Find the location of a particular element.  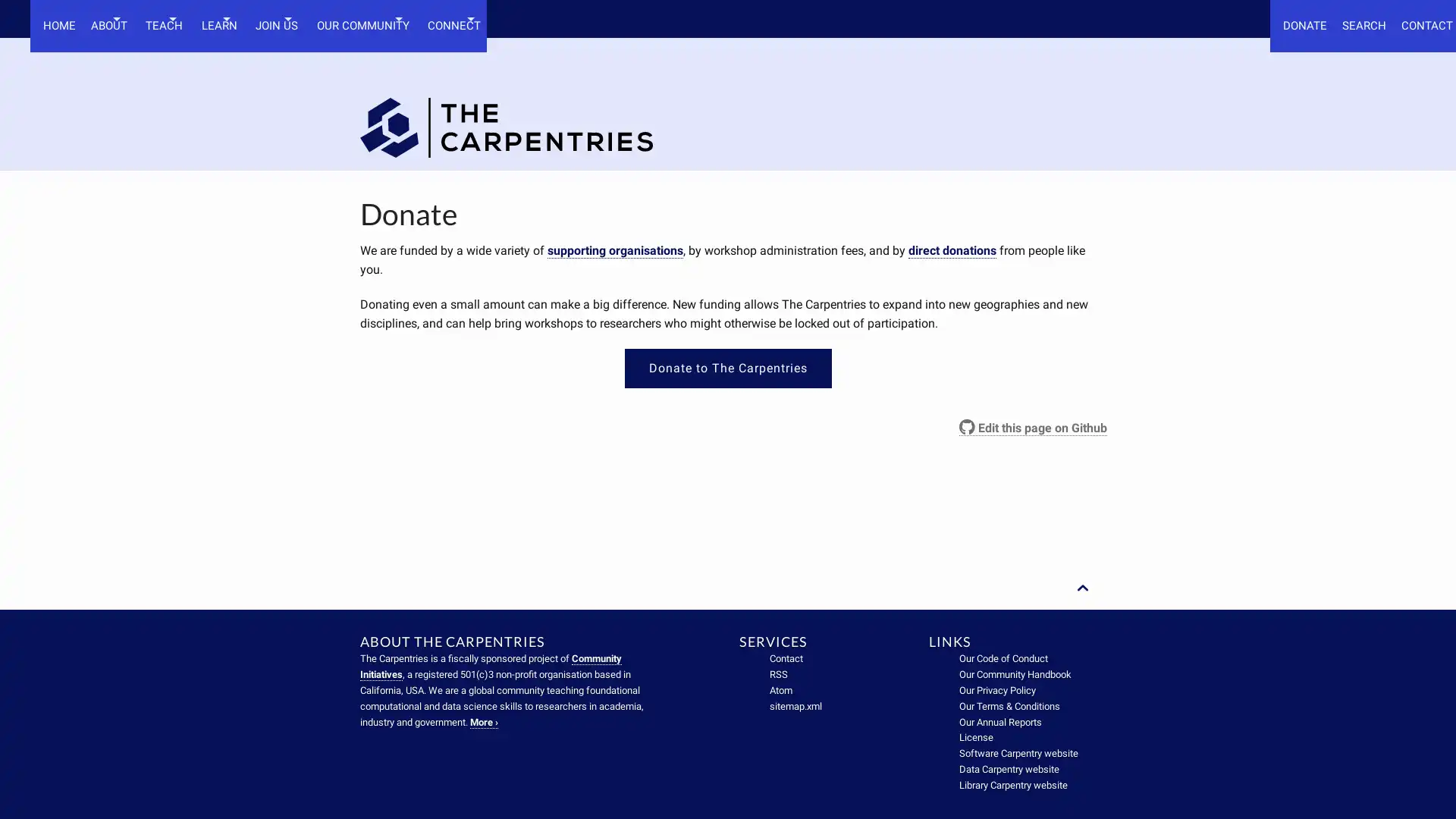

Donate to The Carpentries is located at coordinates (726, 369).